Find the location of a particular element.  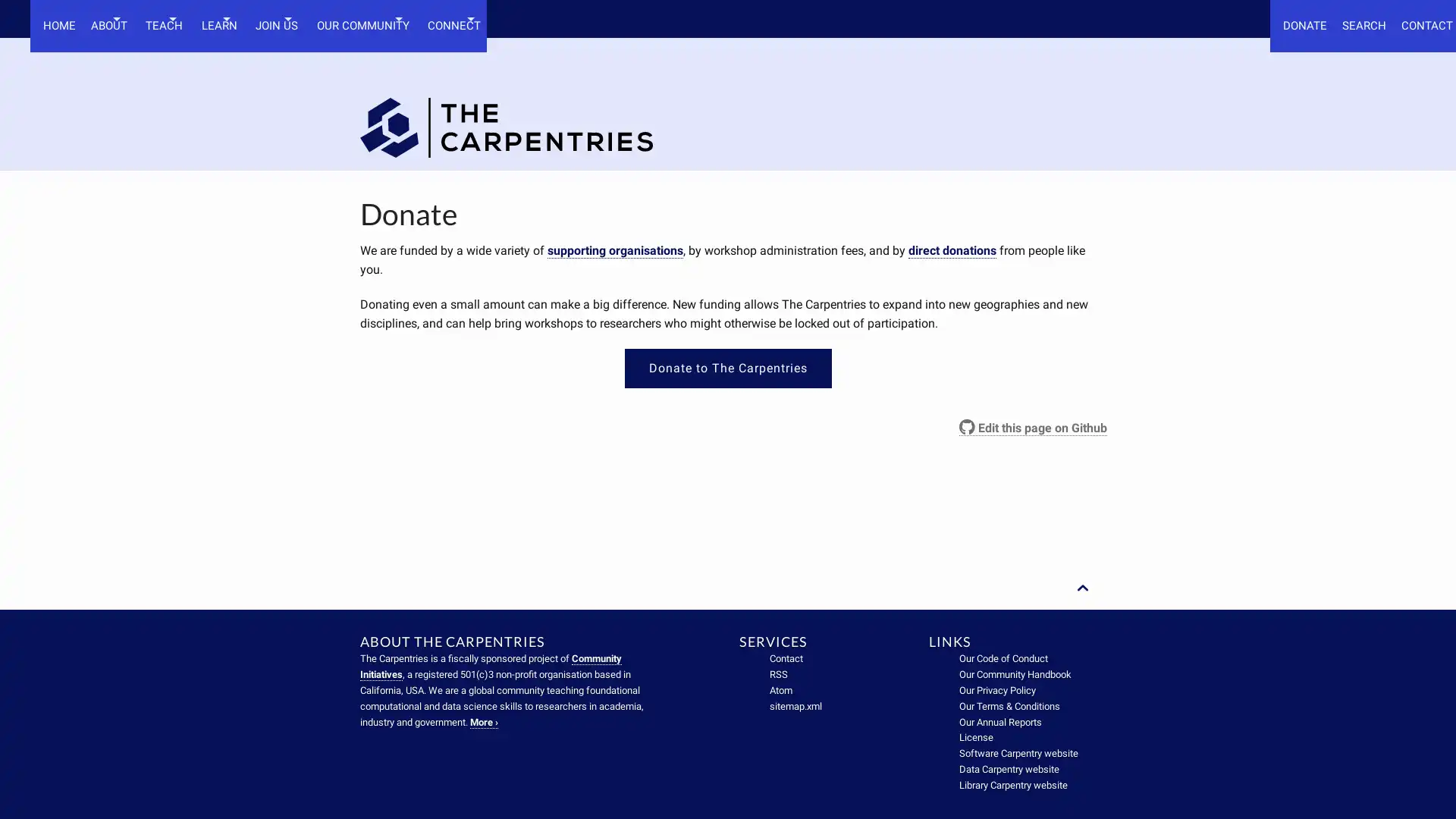

Donate to The Carpentries is located at coordinates (726, 369).